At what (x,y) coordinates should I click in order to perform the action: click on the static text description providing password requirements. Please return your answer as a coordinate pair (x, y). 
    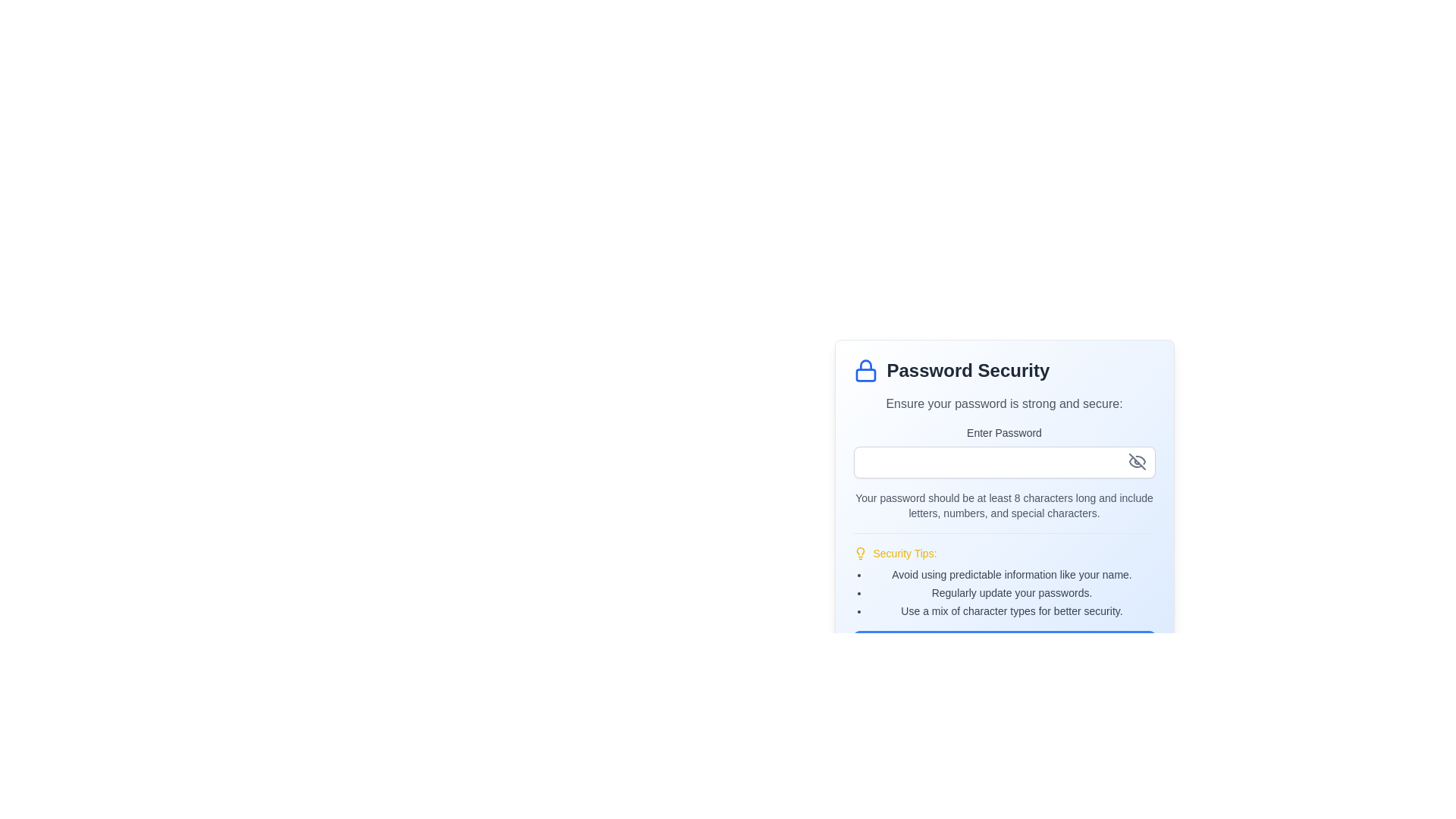
    Looking at the image, I should click on (1004, 506).